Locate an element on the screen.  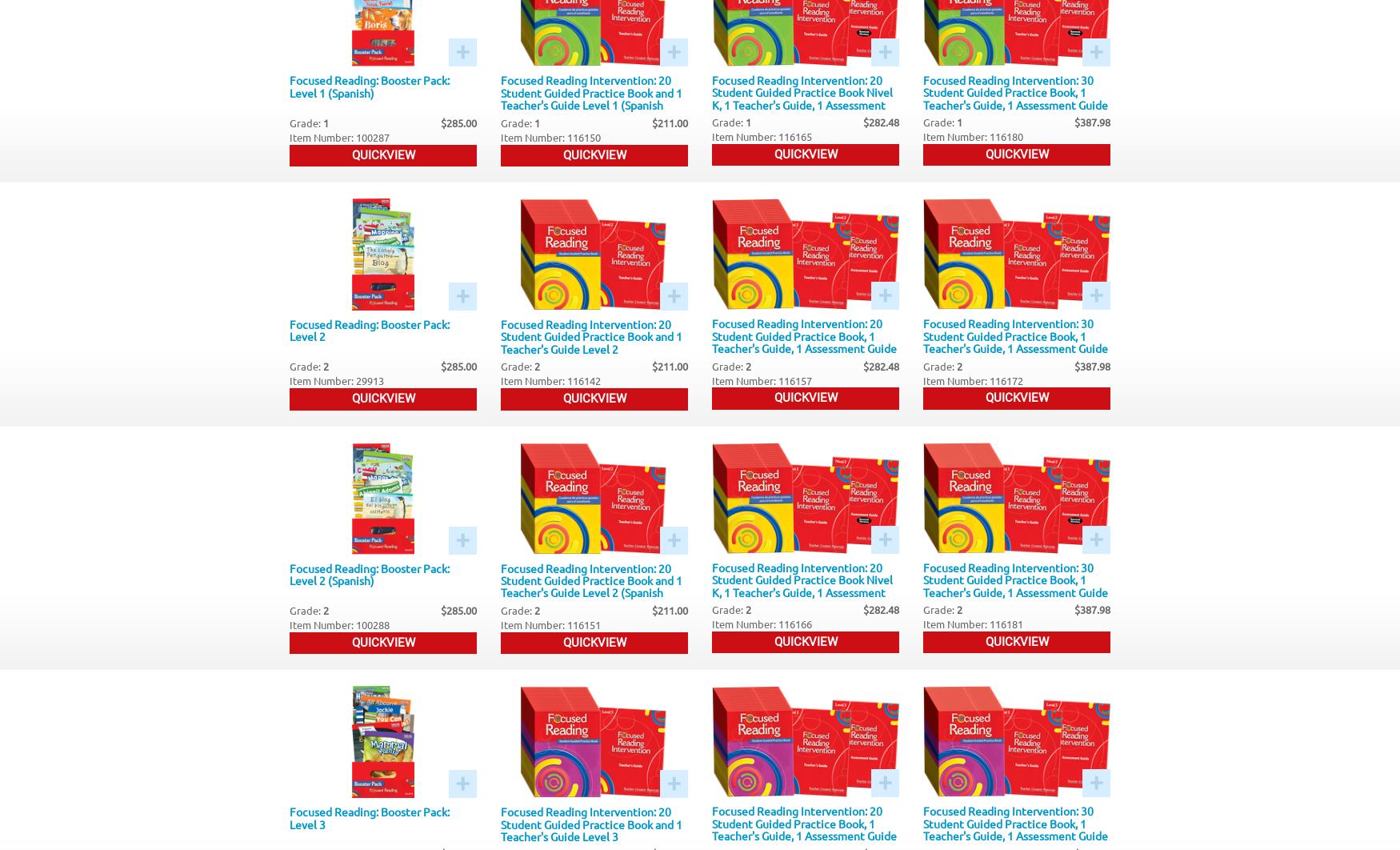
'Focused Reading: Booster Pack: Level 2 (Spanish)' is located at coordinates (370, 573).